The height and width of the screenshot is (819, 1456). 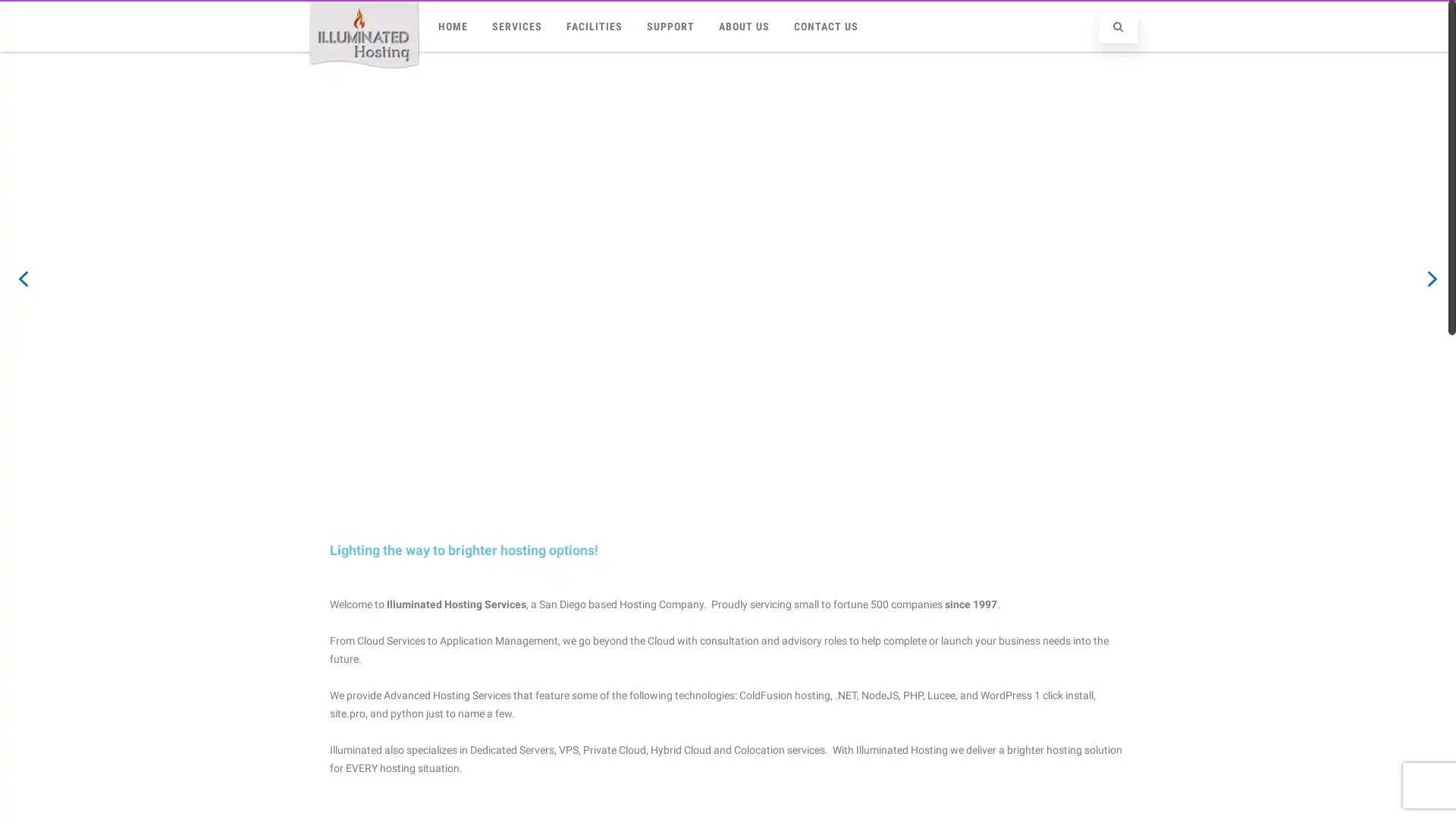 I want to click on previous arrow, so click(x=23, y=278).